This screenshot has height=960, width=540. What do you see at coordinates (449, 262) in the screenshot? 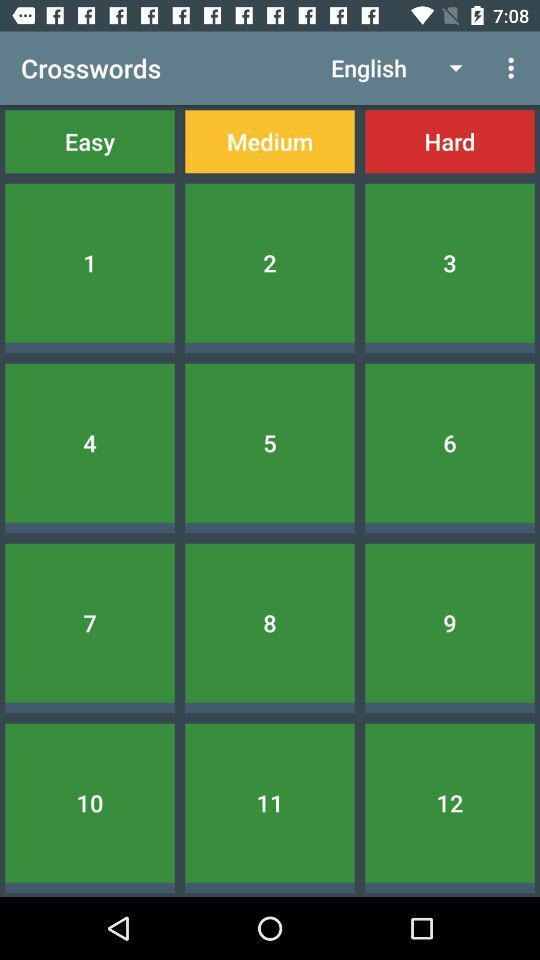
I see `3 icon` at bounding box center [449, 262].